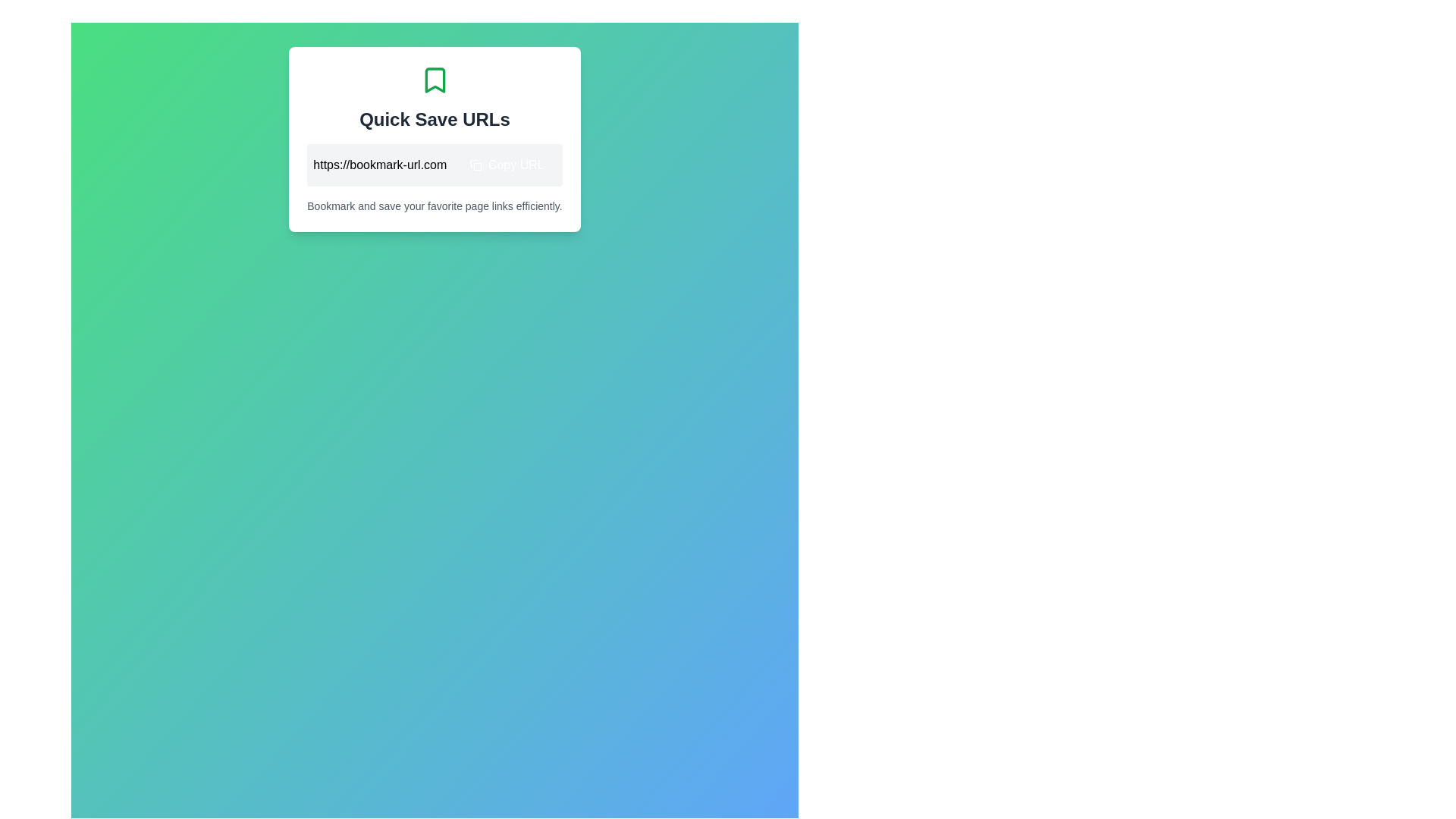 The image size is (1456, 819). What do you see at coordinates (507, 165) in the screenshot?
I see `the copy URL button located to the right of the displayed URL 'https://bookmark-url.com'` at bounding box center [507, 165].